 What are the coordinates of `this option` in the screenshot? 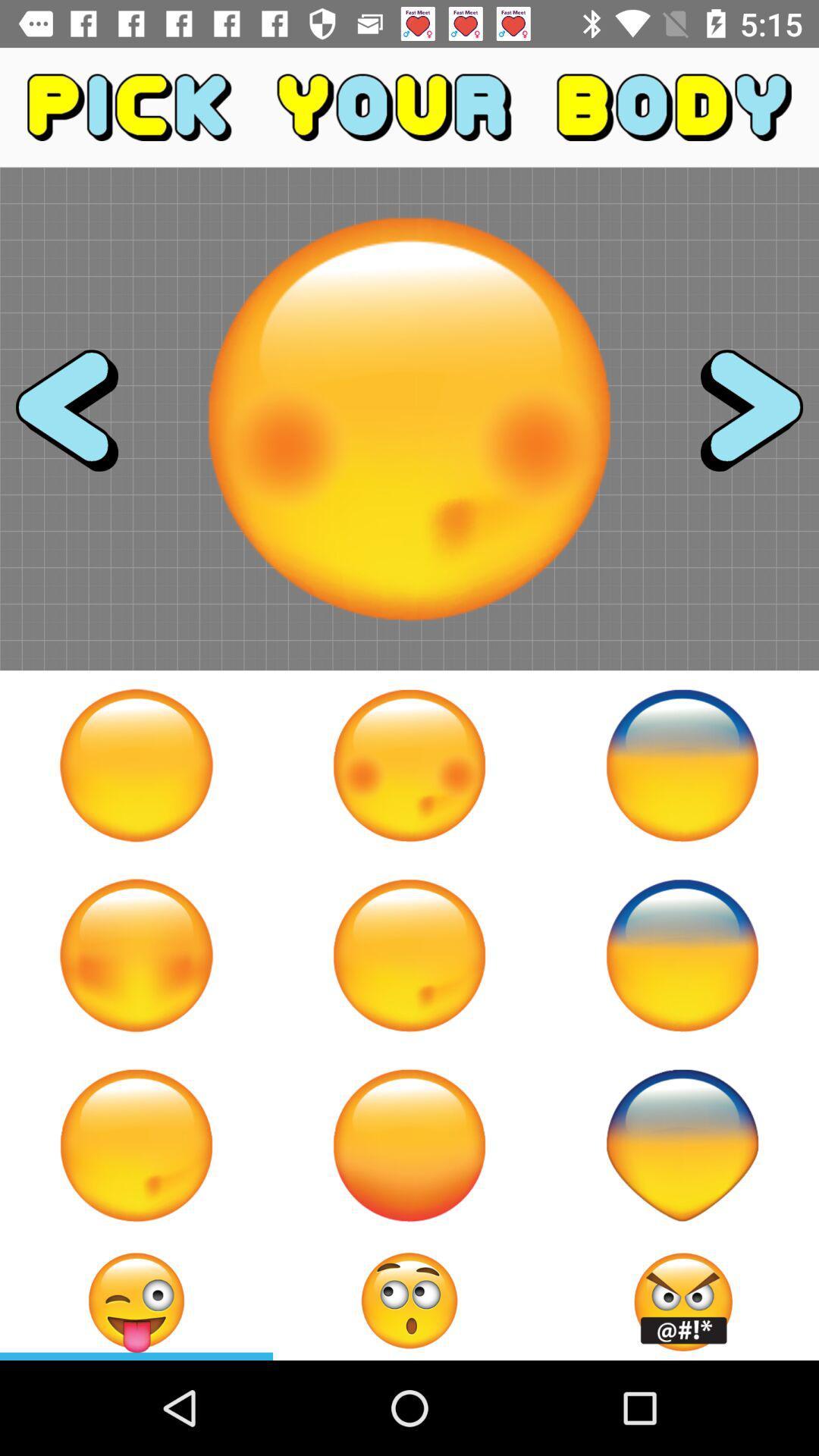 It's located at (409, 1145).